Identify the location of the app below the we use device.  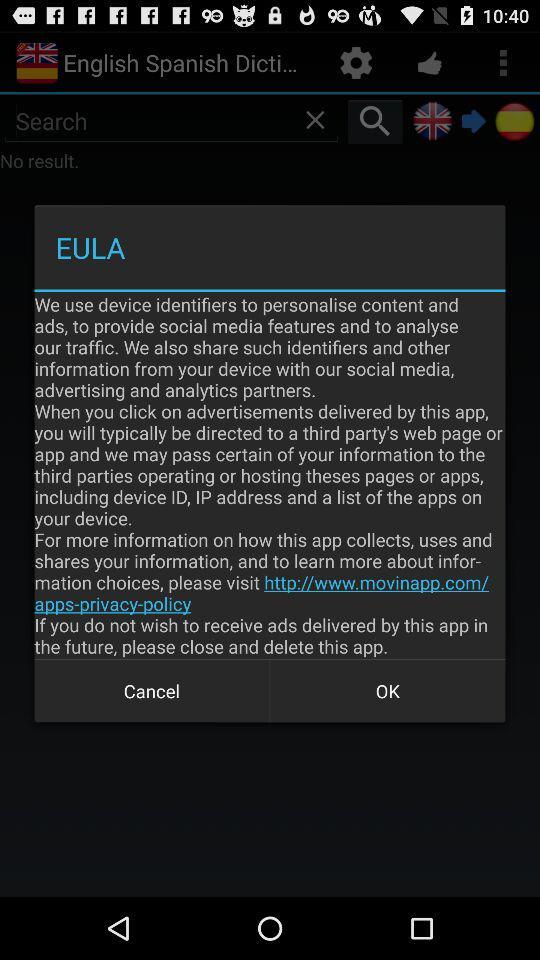
(151, 691).